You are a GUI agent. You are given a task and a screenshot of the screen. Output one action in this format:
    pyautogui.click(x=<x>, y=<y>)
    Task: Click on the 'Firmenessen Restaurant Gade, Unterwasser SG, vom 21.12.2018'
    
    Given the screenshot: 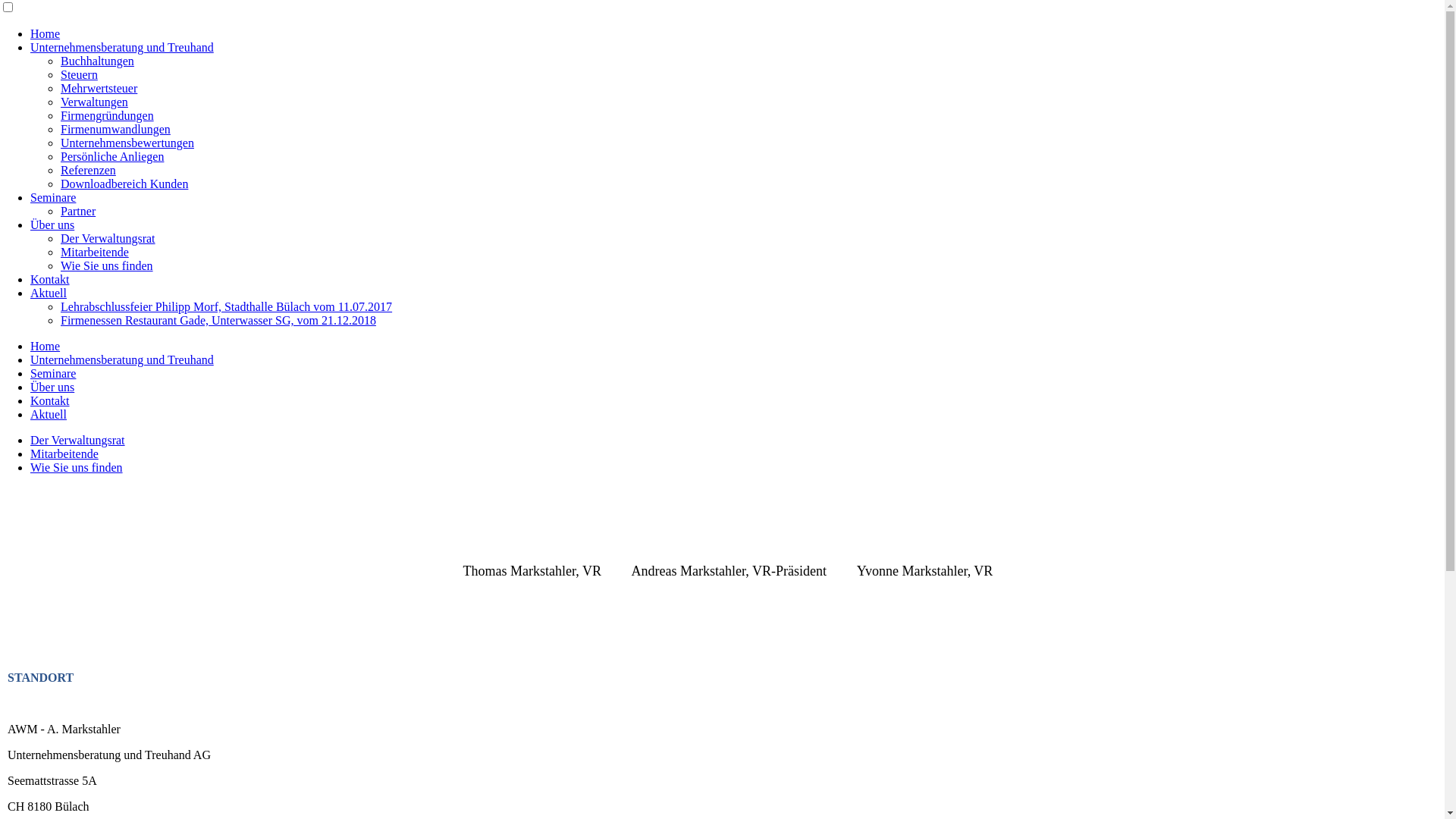 What is the action you would take?
    pyautogui.click(x=218, y=319)
    